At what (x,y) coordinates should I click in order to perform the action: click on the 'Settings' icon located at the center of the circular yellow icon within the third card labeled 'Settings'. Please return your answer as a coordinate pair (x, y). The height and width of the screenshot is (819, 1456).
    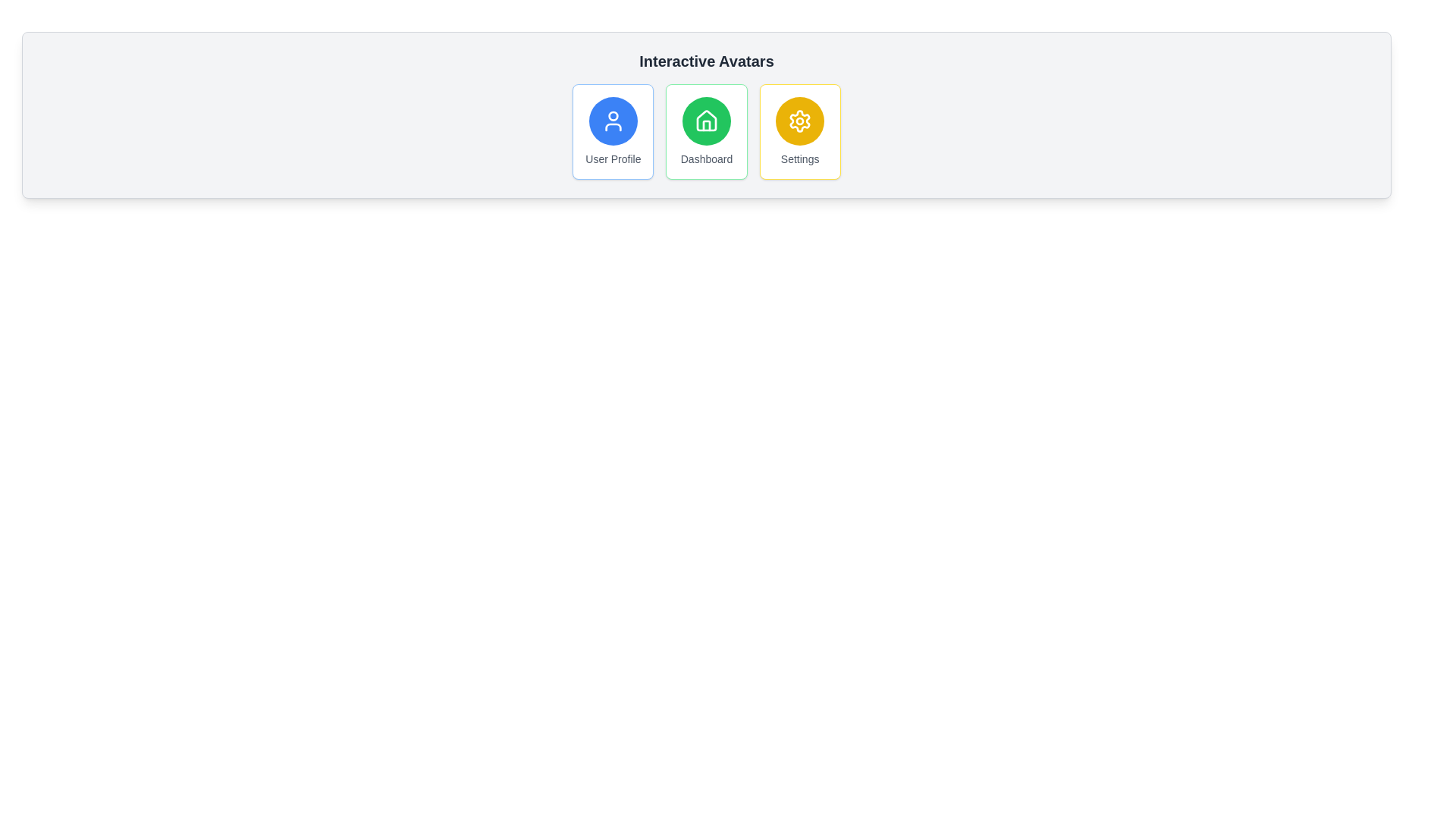
    Looking at the image, I should click on (799, 120).